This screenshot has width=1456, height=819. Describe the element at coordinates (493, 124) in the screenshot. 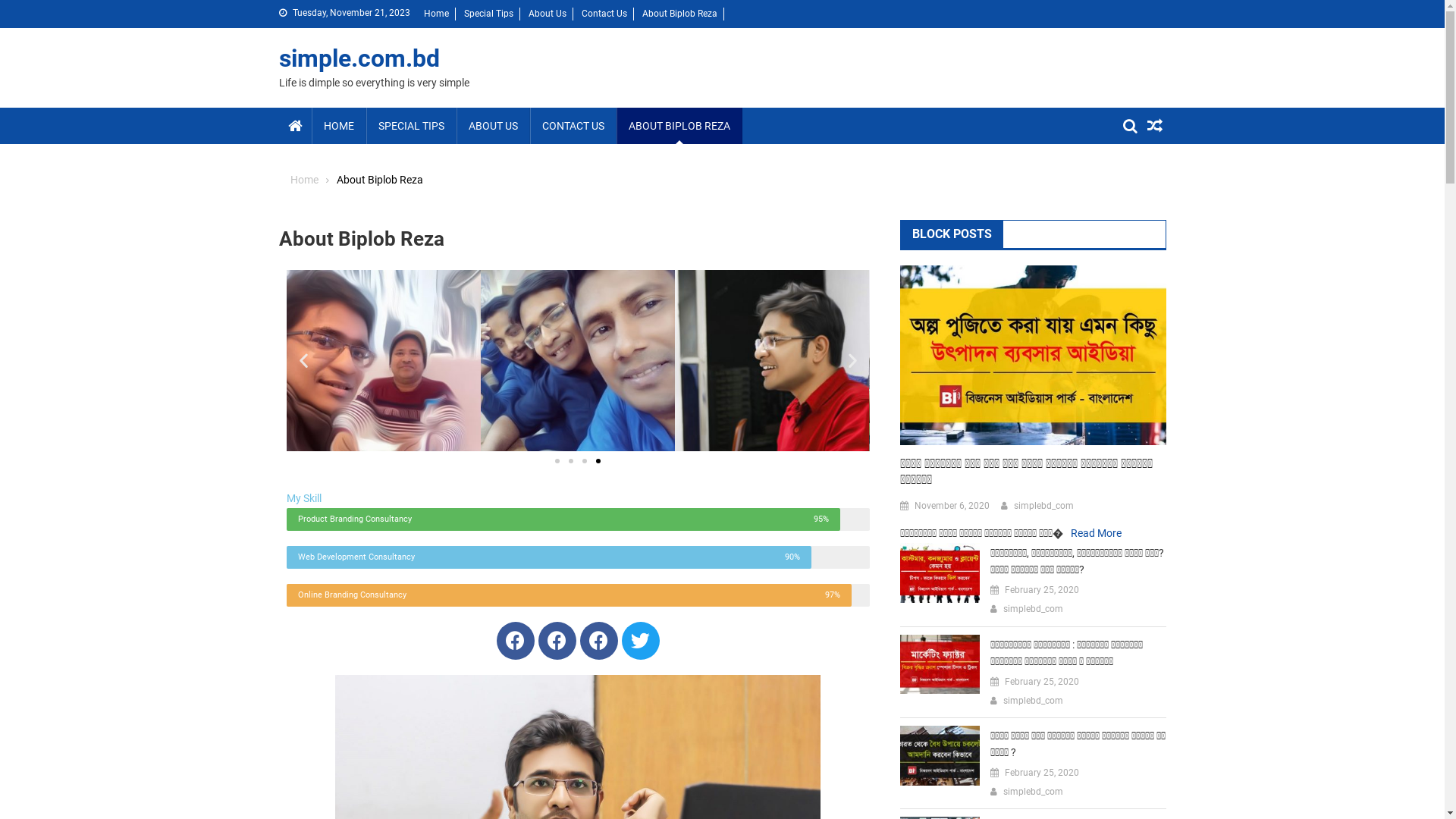

I see `'ABOUT US'` at that location.